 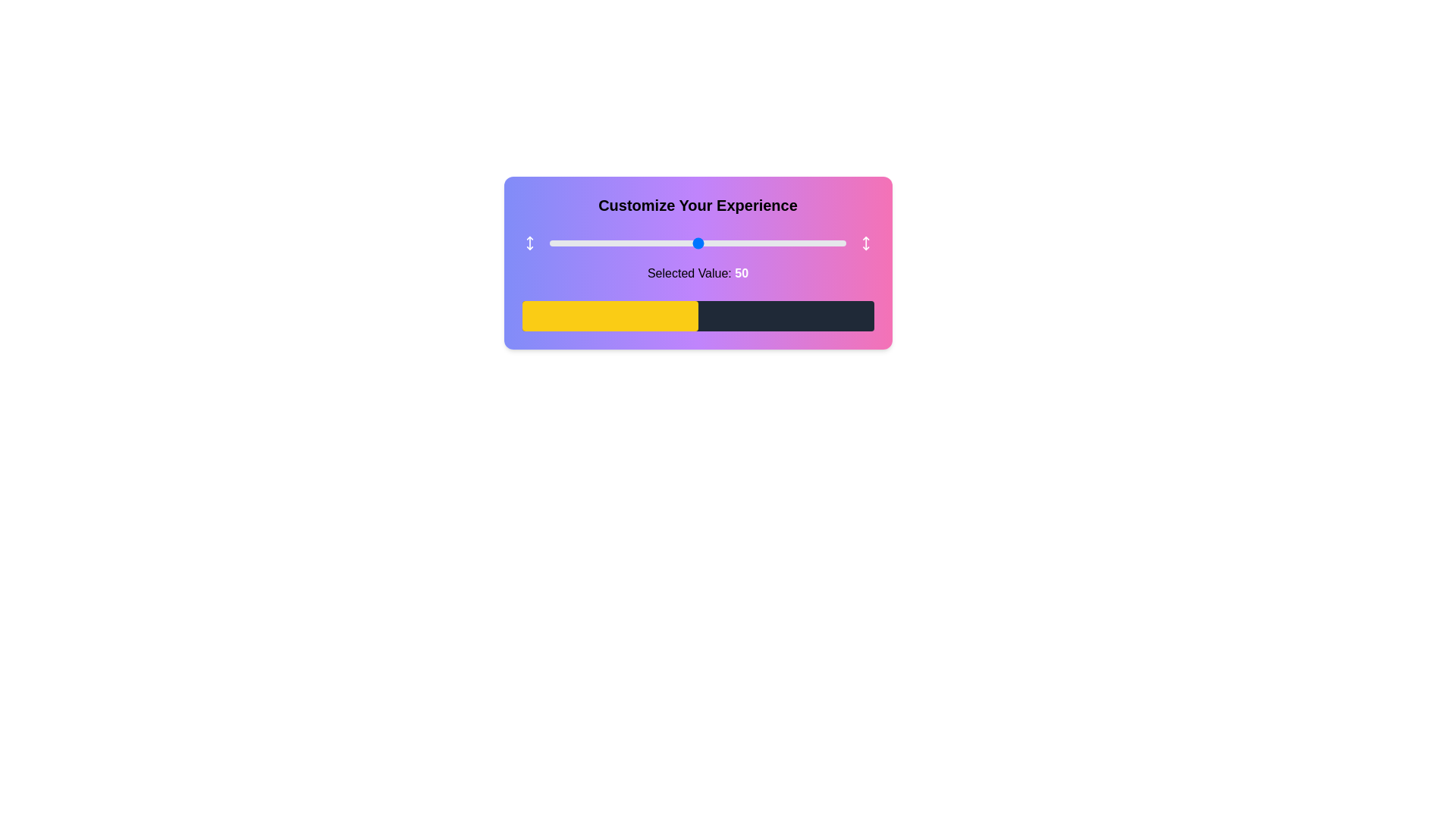 What do you see at coordinates (807, 242) in the screenshot?
I see `the slider to set its value to 87` at bounding box center [807, 242].